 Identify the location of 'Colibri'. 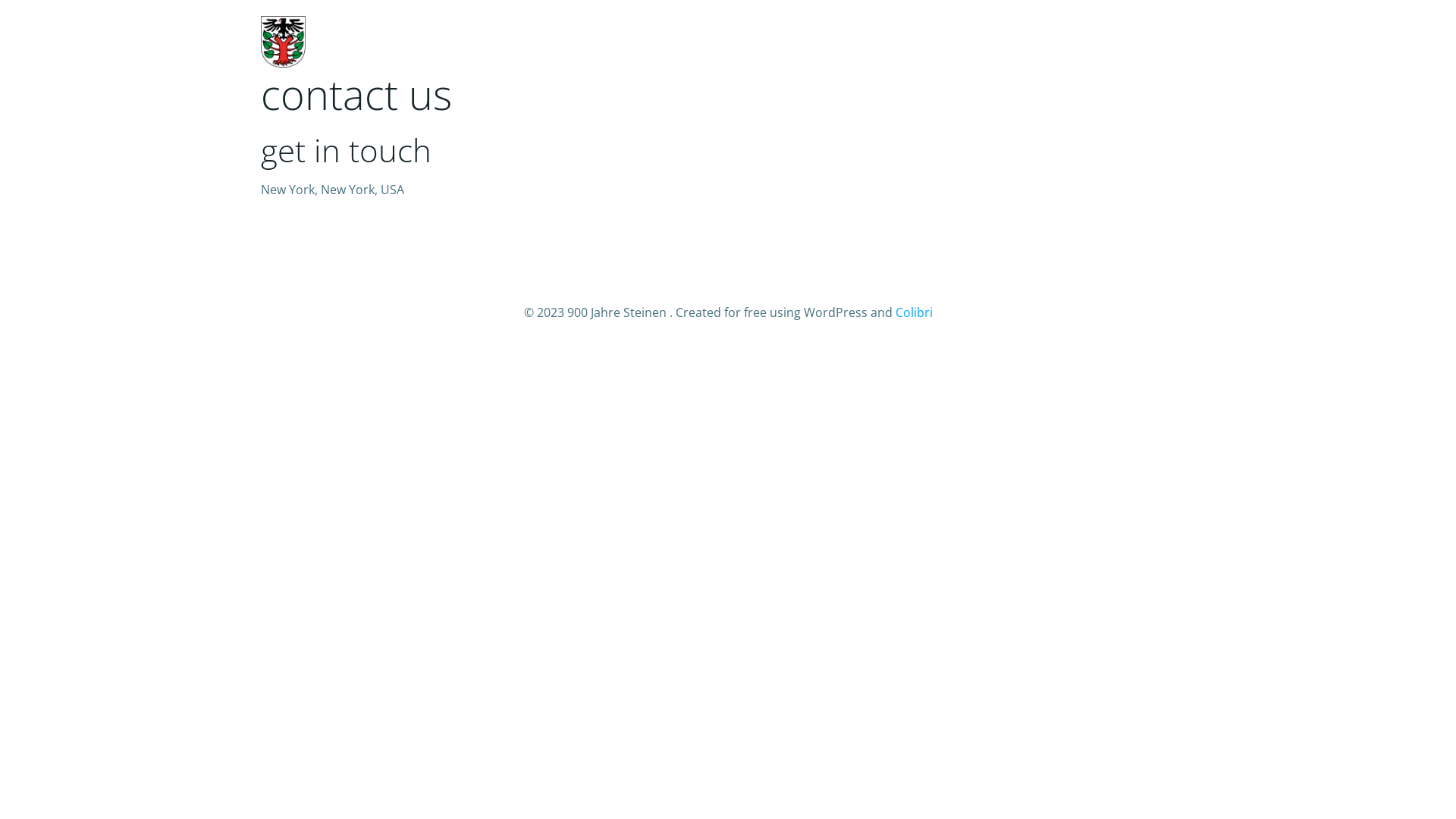
(895, 312).